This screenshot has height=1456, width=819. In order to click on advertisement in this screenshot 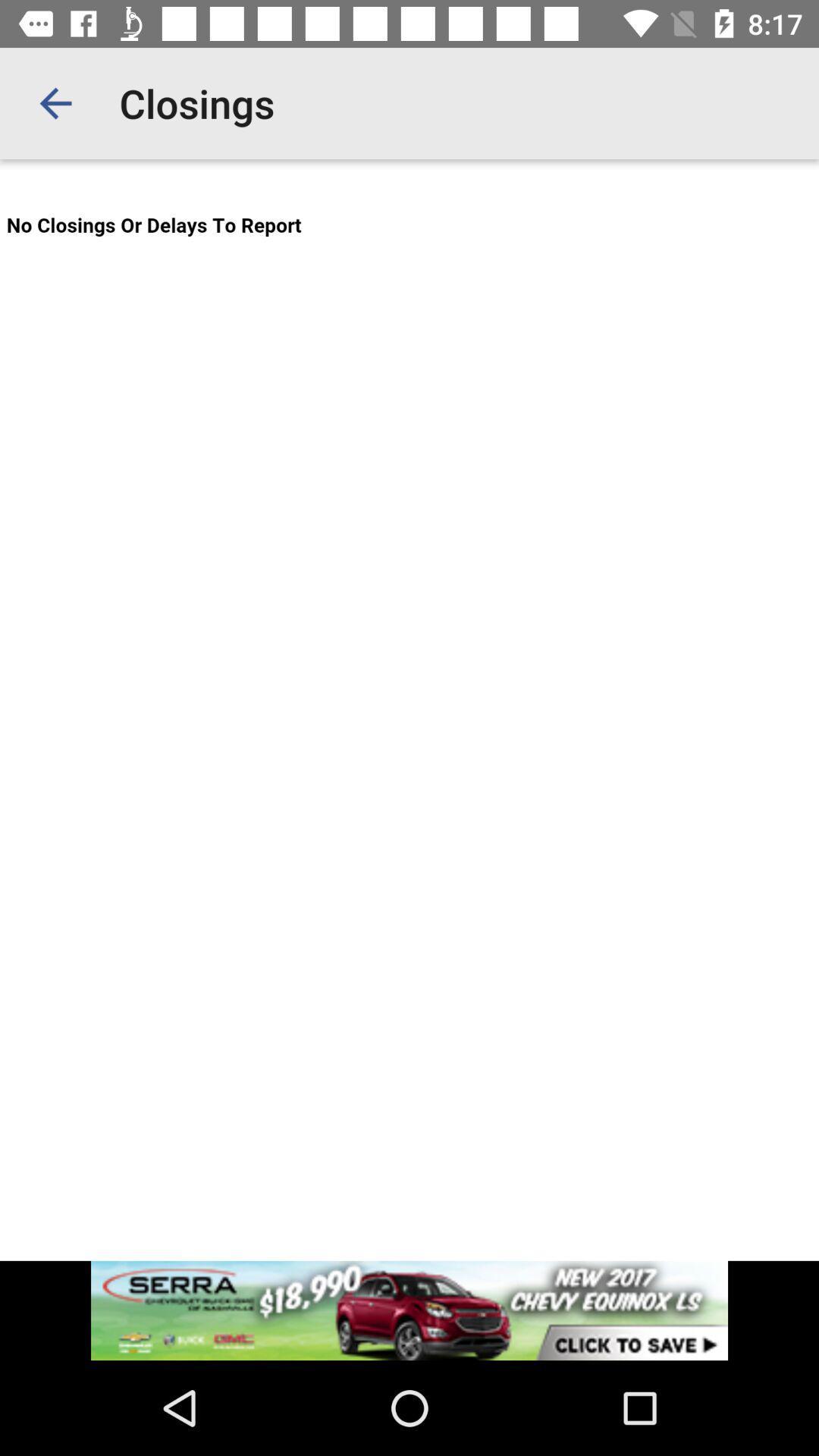, I will do `click(409, 1310)`.